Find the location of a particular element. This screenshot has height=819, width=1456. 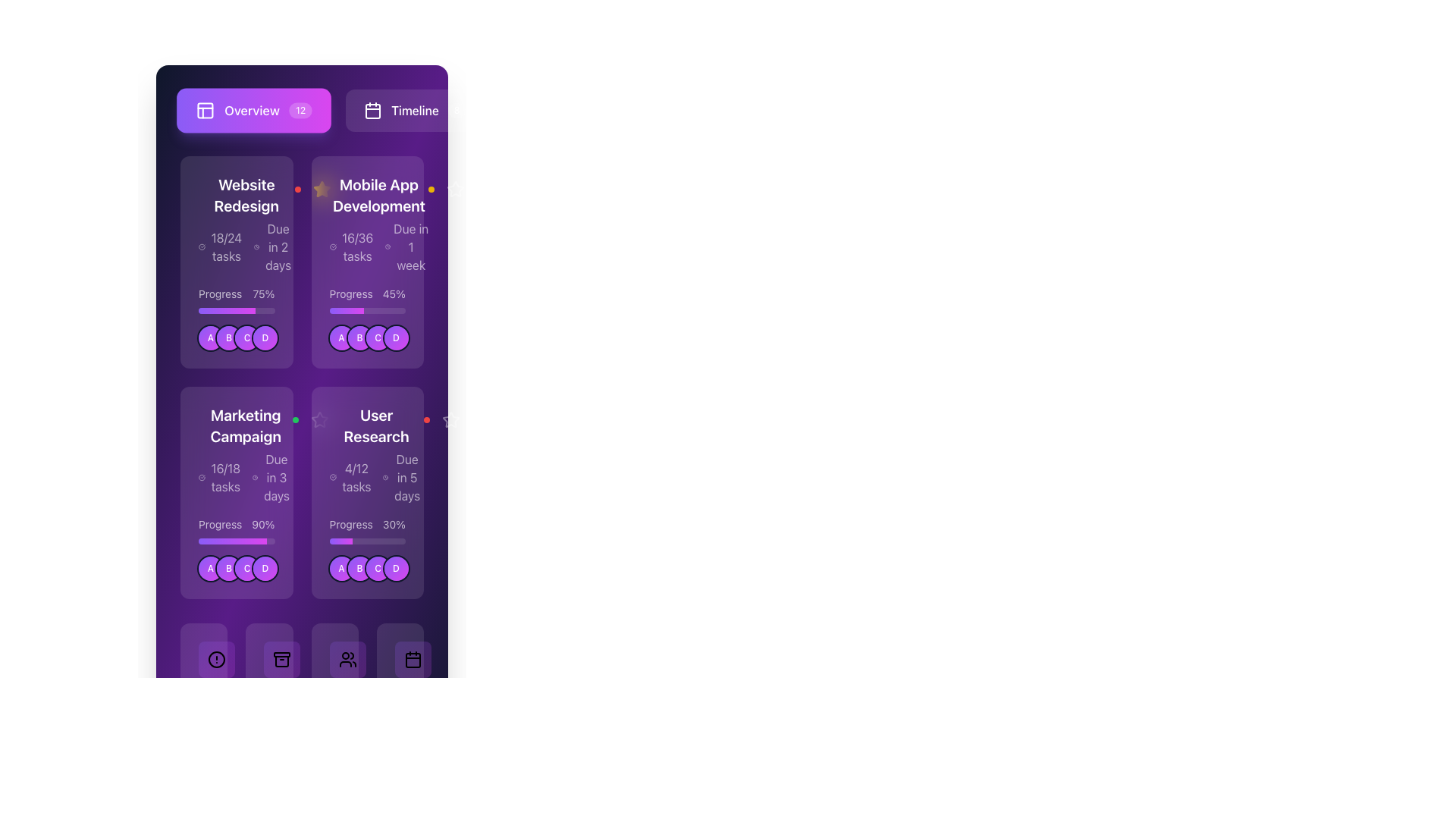

the progress bar element located in the 'Marketing Campaign' section, which is visually described as a horizontally elongated bar with a vibrant gradient from violet to fuchsia, indicating progress is located at coordinates (236, 540).